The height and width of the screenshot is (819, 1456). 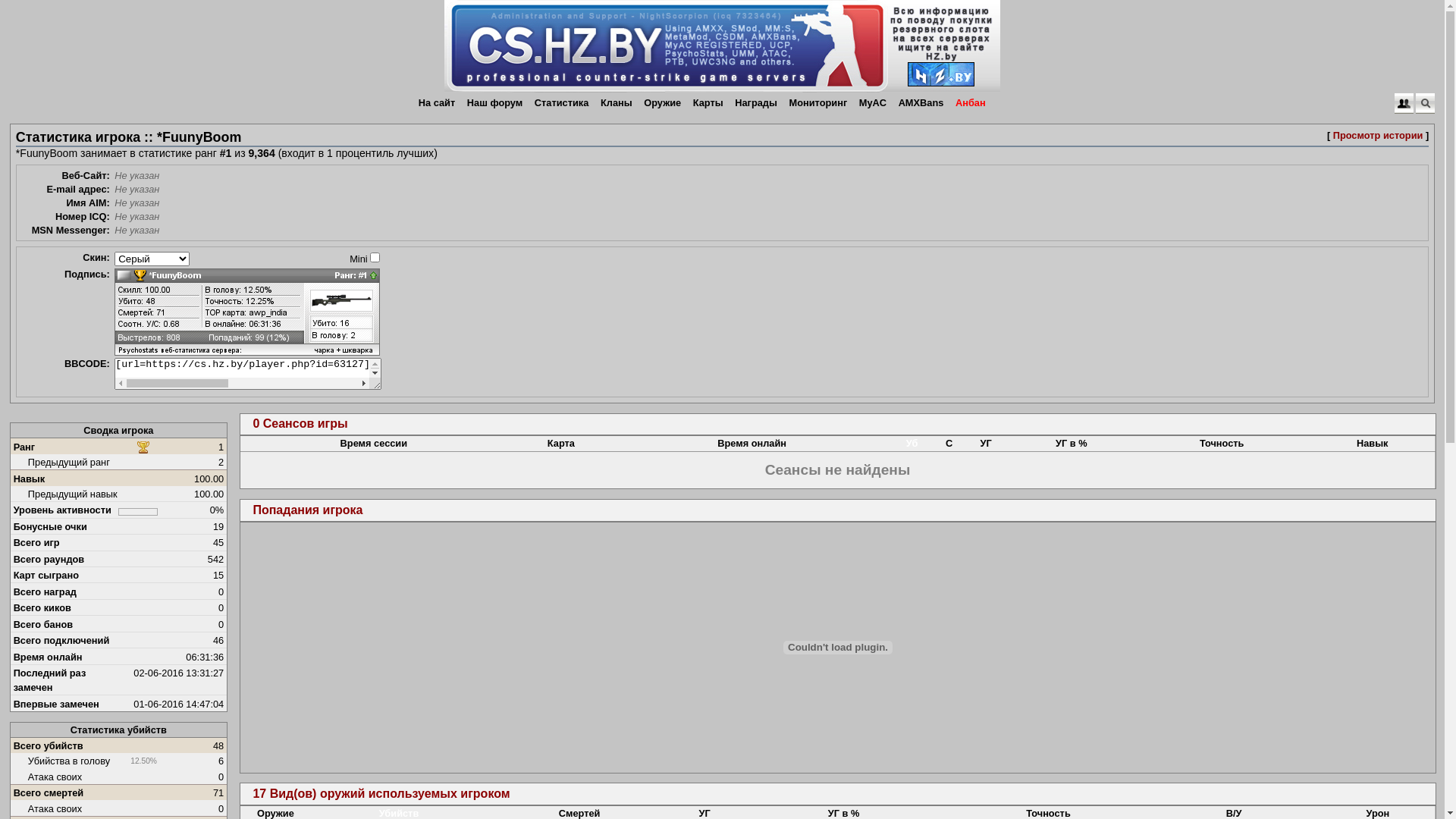 What do you see at coordinates (138, 512) in the screenshot?
I see `'0%'` at bounding box center [138, 512].